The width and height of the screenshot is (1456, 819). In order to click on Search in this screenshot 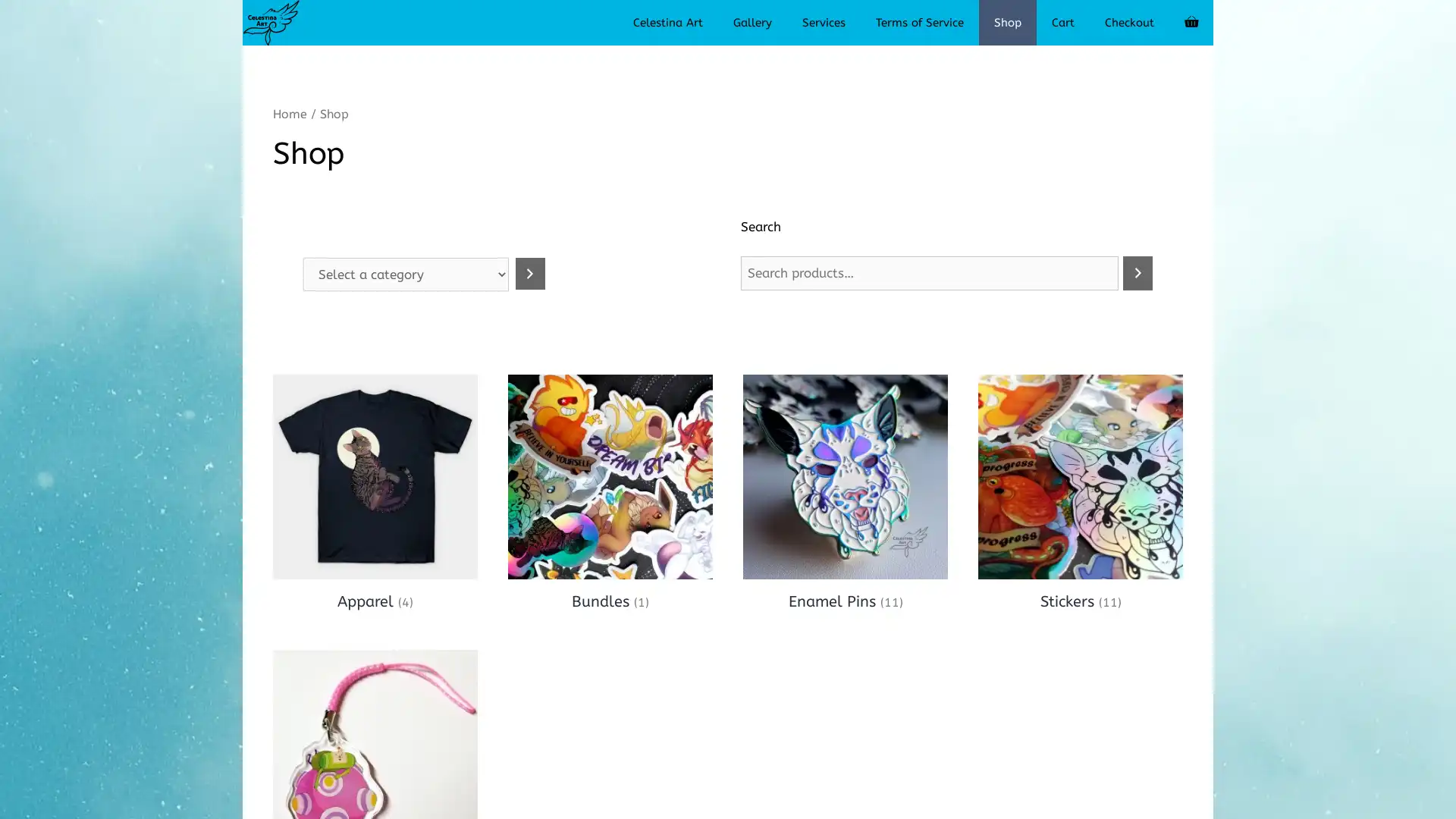, I will do `click(1137, 271)`.